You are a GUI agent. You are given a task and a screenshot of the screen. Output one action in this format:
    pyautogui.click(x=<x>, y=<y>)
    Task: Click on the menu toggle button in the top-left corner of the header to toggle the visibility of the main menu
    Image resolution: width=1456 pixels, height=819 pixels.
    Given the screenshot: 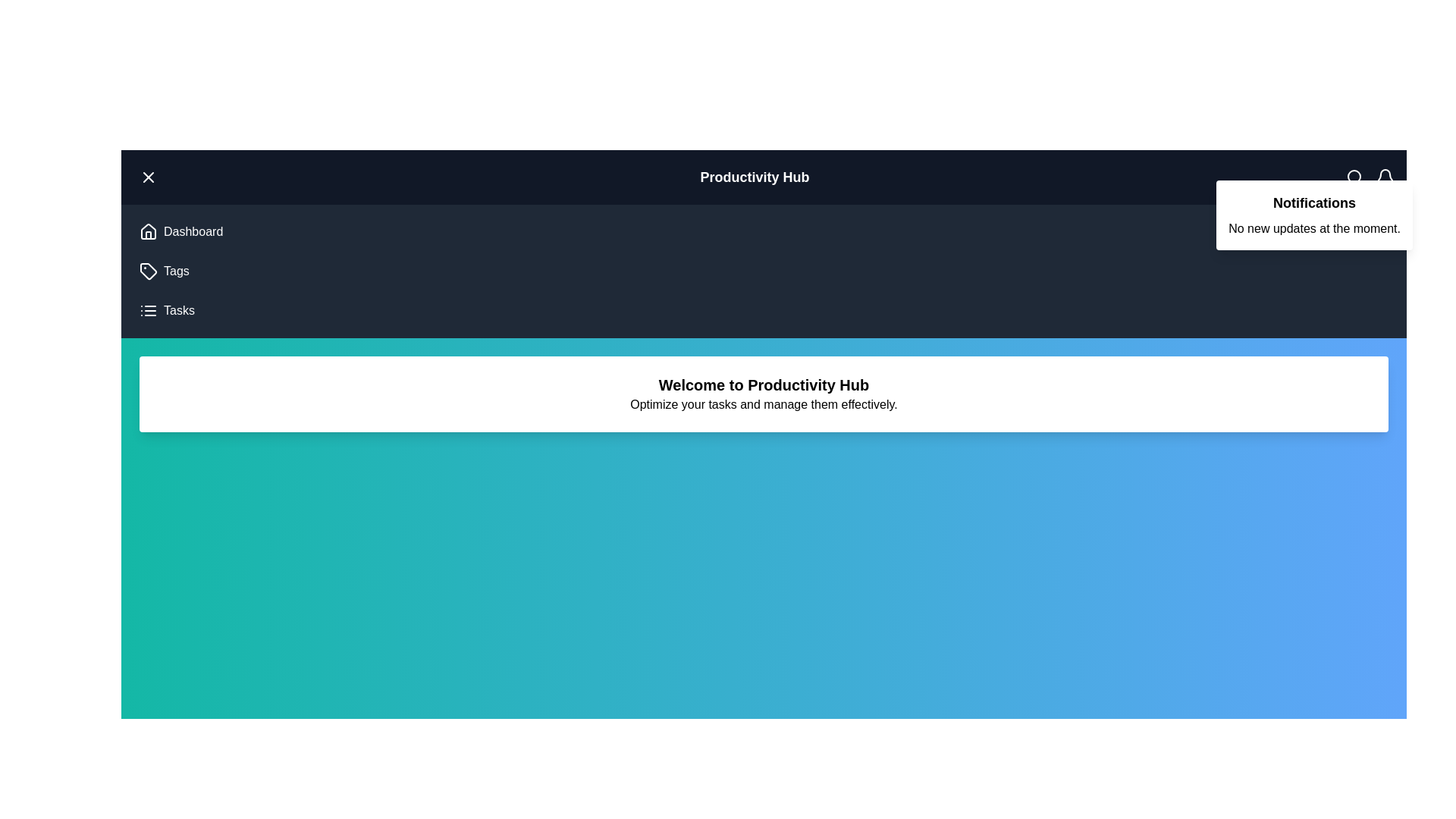 What is the action you would take?
    pyautogui.click(x=149, y=177)
    